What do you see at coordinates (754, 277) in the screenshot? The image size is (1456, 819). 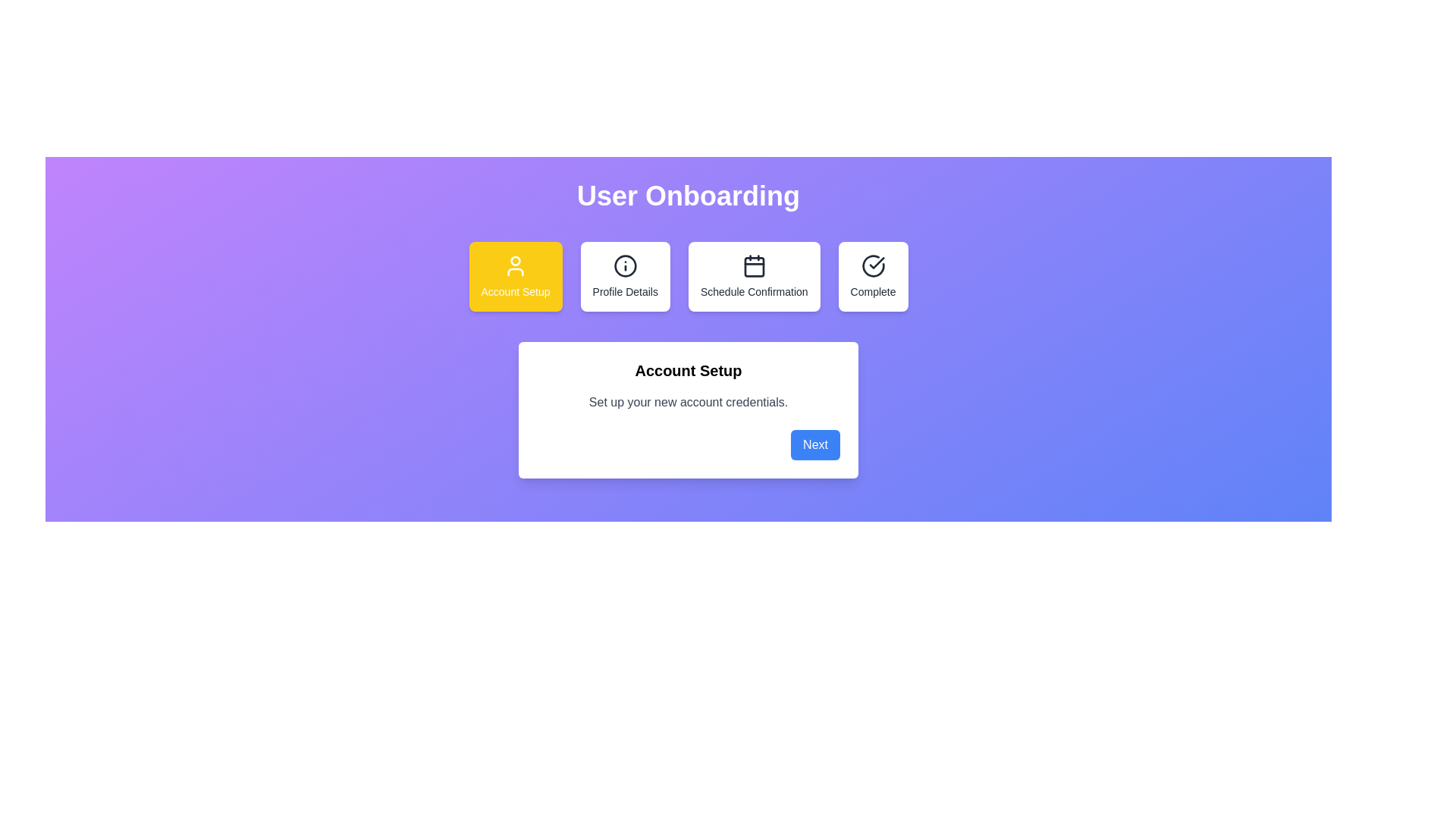 I see `the step icon for Schedule Confirmation to navigate to that step` at bounding box center [754, 277].